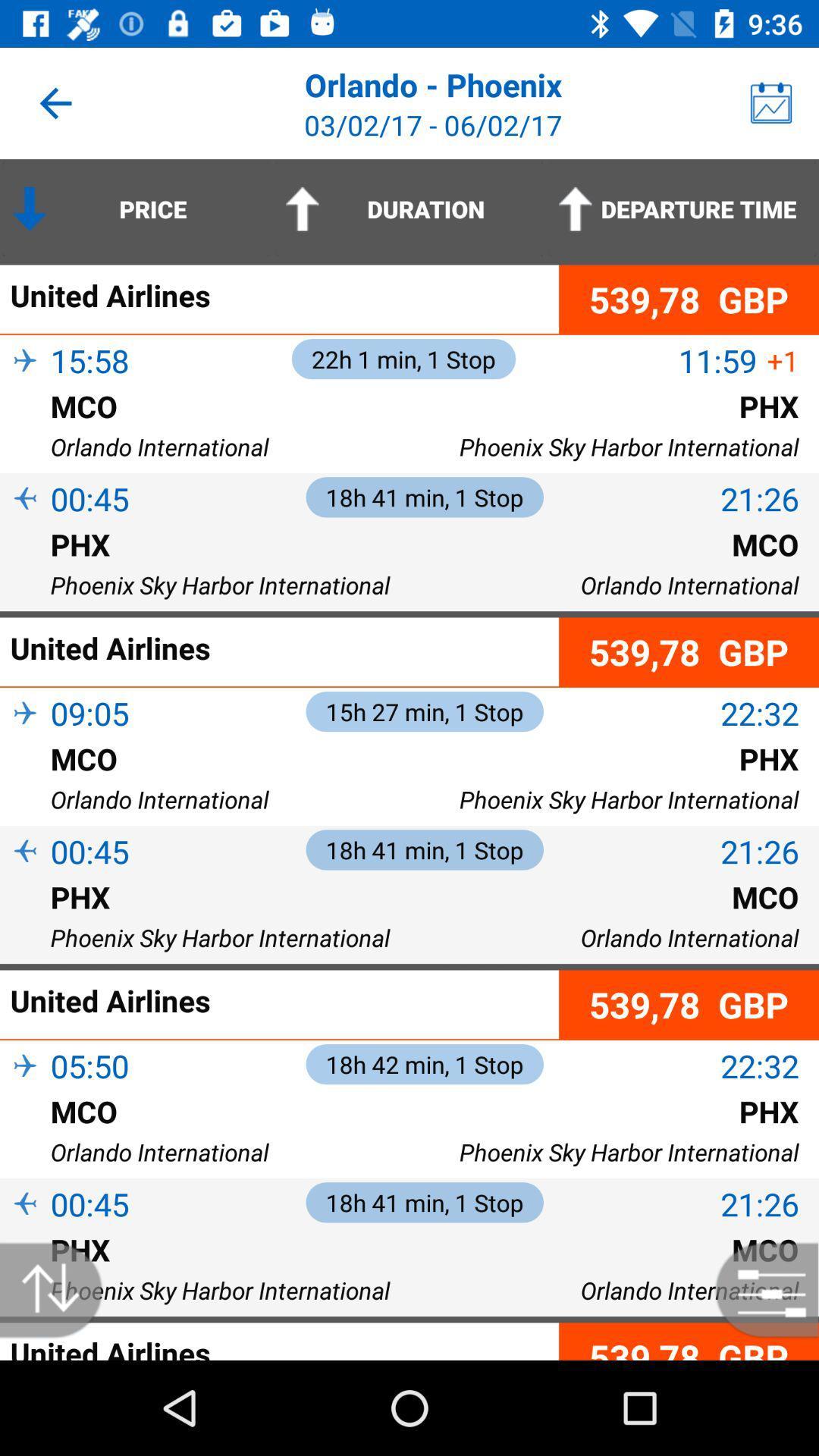  Describe the element at coordinates (717, 359) in the screenshot. I see `item next to the united airlines` at that location.